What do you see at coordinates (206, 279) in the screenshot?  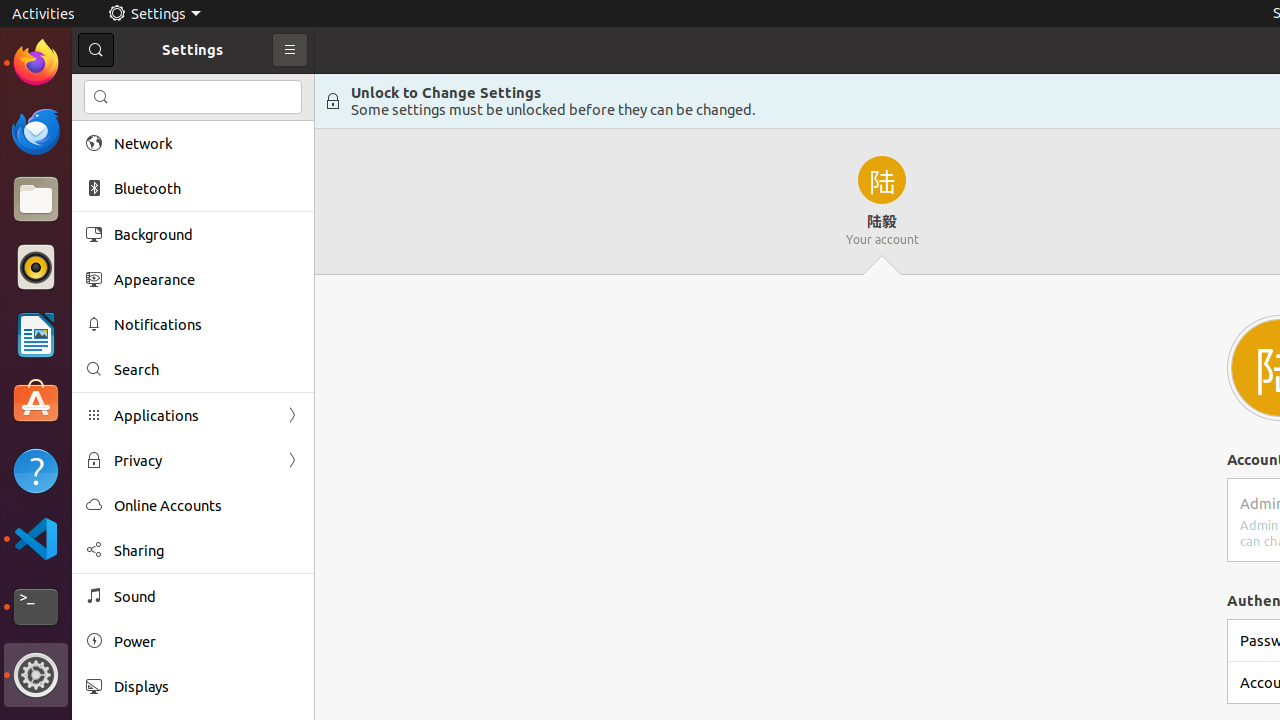 I see `'Appearance'` at bounding box center [206, 279].